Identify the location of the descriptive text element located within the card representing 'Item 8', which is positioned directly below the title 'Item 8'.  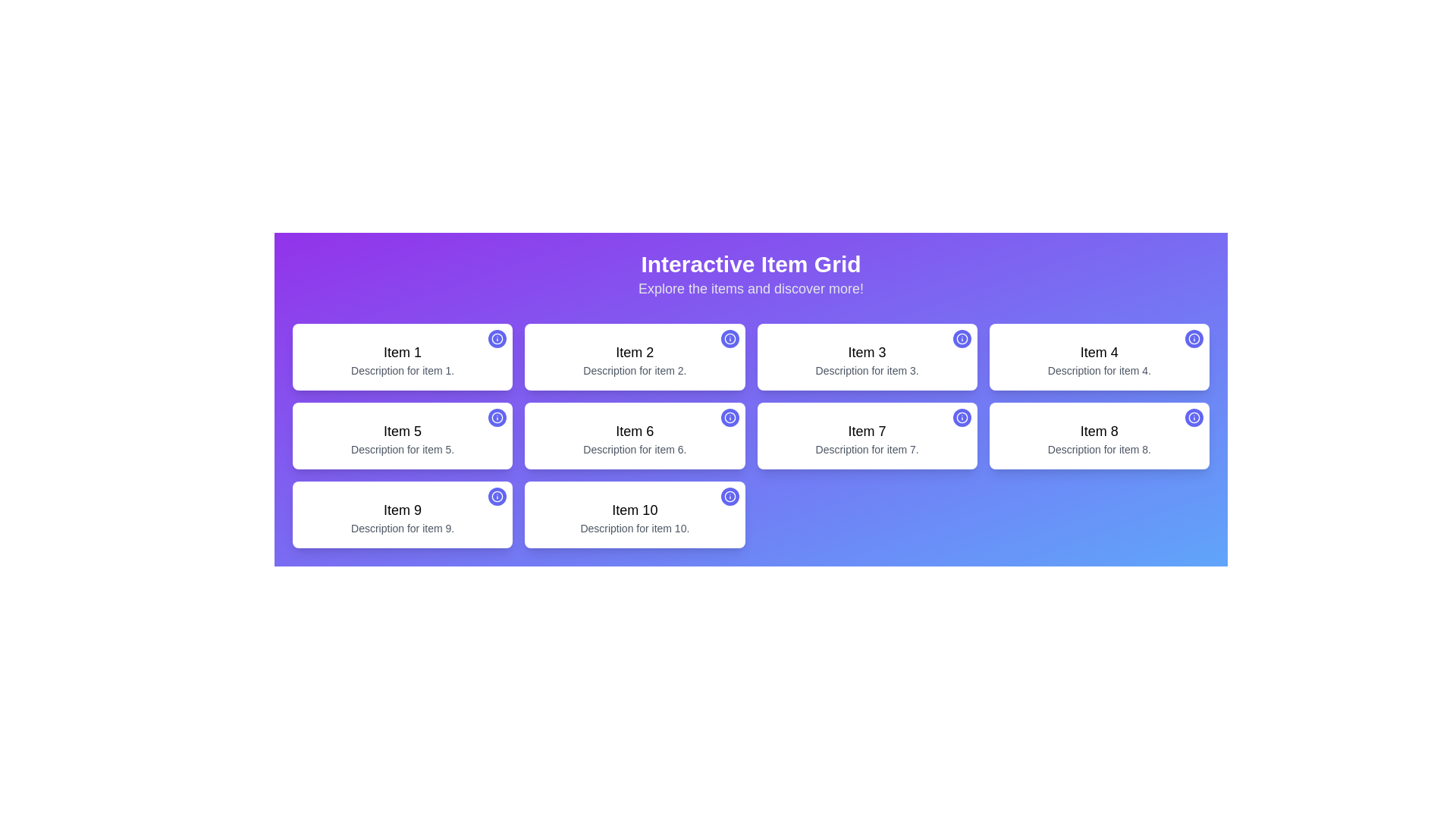
(1099, 449).